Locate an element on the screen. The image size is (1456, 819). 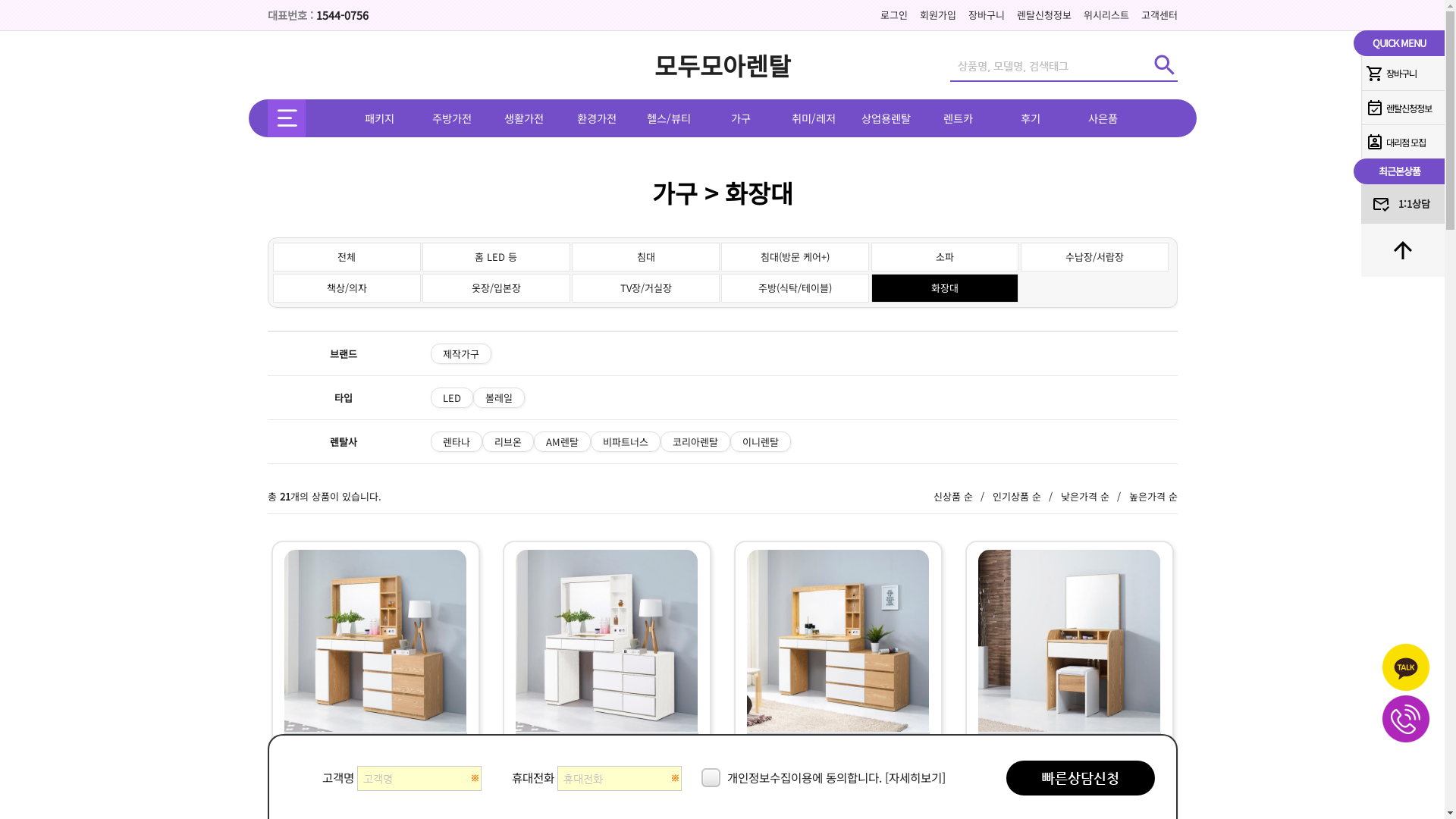
'LED' is located at coordinates (450, 397).